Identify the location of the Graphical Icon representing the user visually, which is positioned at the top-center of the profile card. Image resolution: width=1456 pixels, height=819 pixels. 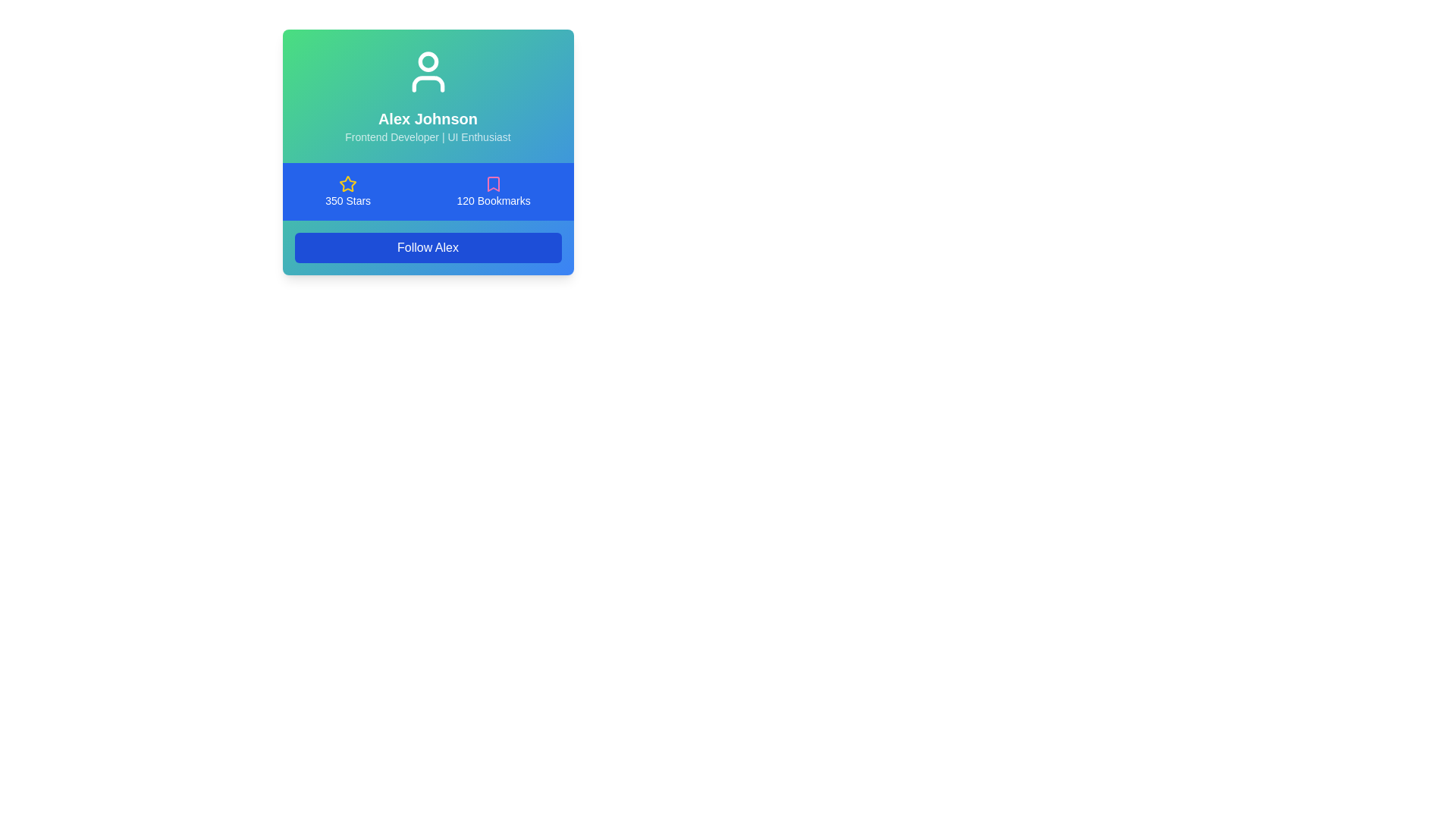
(427, 72).